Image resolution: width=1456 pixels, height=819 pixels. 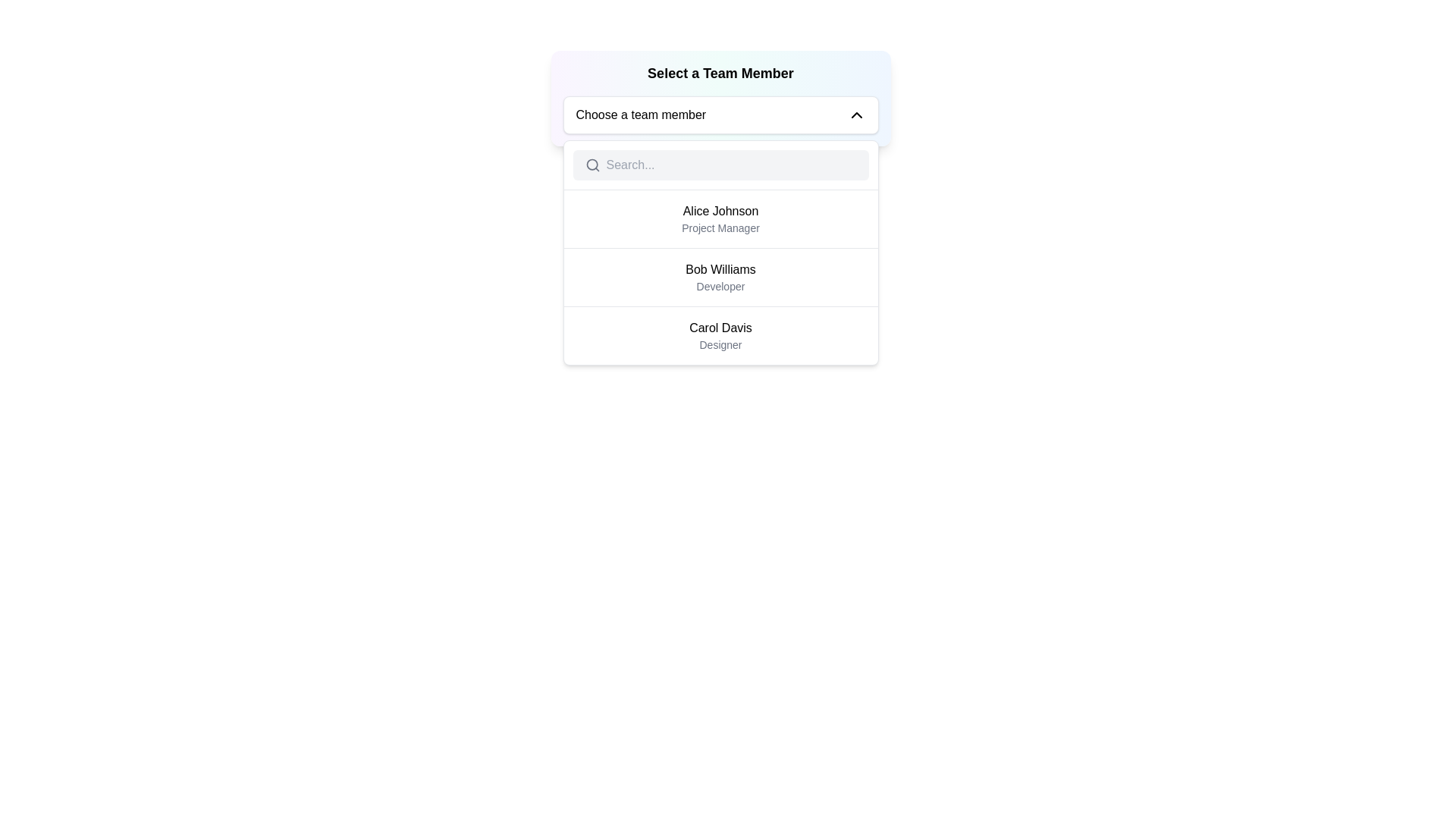 I want to click on on the text block containing 'Bob Williams' the Developer, so click(x=720, y=278).